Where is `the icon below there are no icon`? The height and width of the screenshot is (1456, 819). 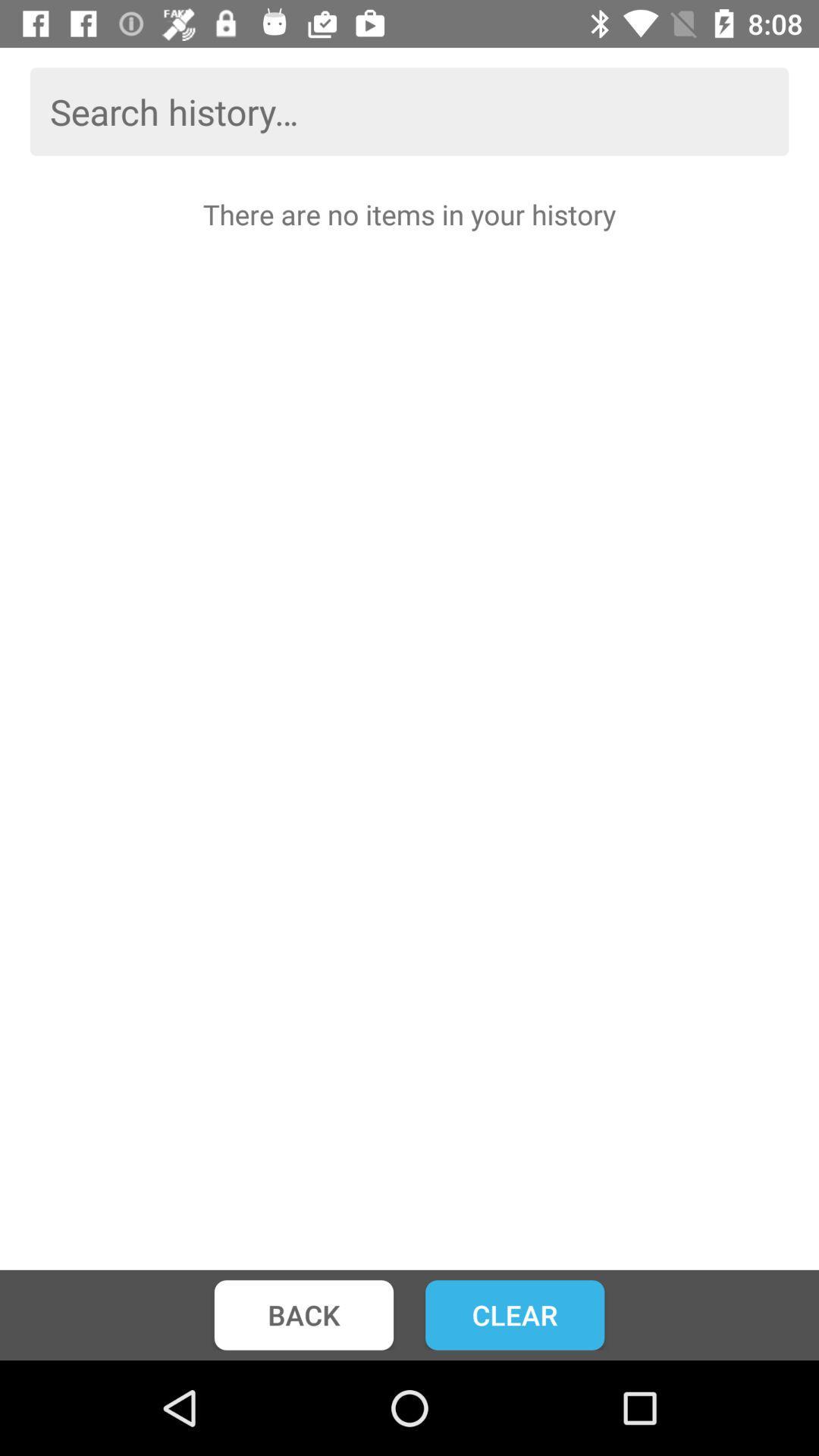
the icon below there are no icon is located at coordinates (303, 1314).